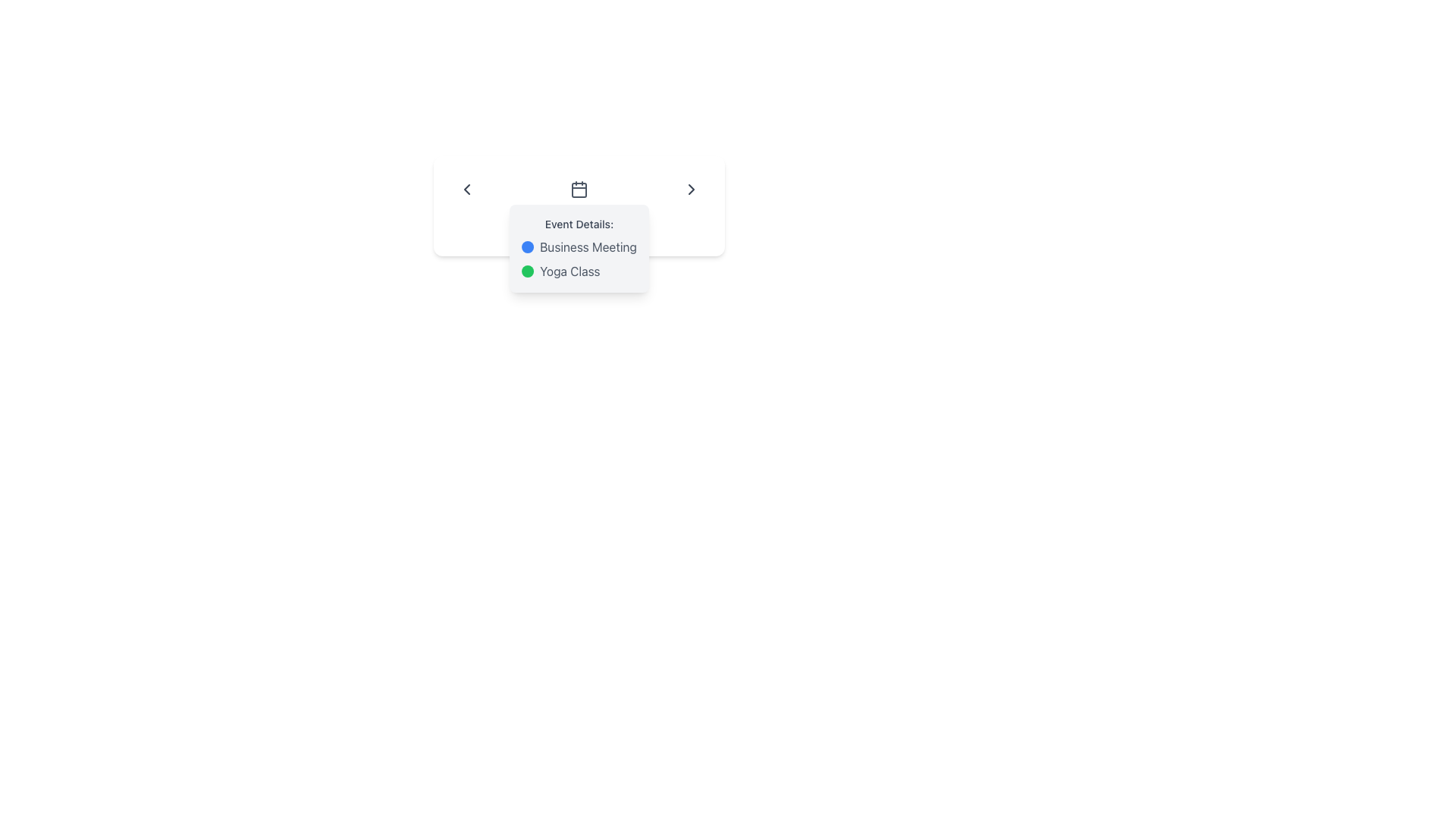 This screenshot has width=1456, height=819. I want to click on the Circle indicator that visually marks the status of the 'Yoga Class' event, located to the left of the 'Yoga Class' text, so click(528, 271).